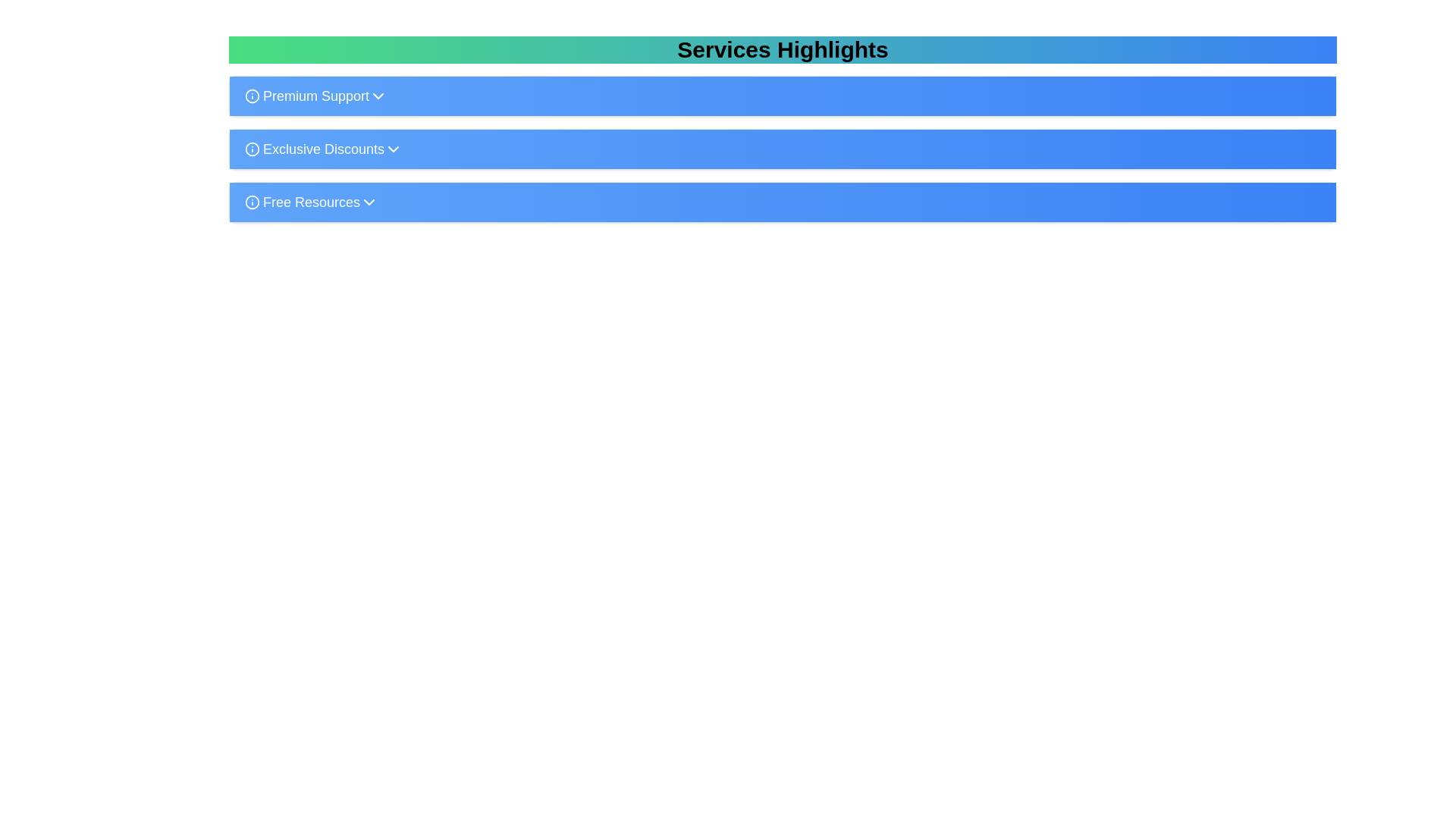 Image resolution: width=1456 pixels, height=819 pixels. Describe the element at coordinates (302, 201) in the screenshot. I see `the 'Free Resources' text label, which is styled in white text against a blue background, located within the 'Services Highlights' group as the third item` at that location.